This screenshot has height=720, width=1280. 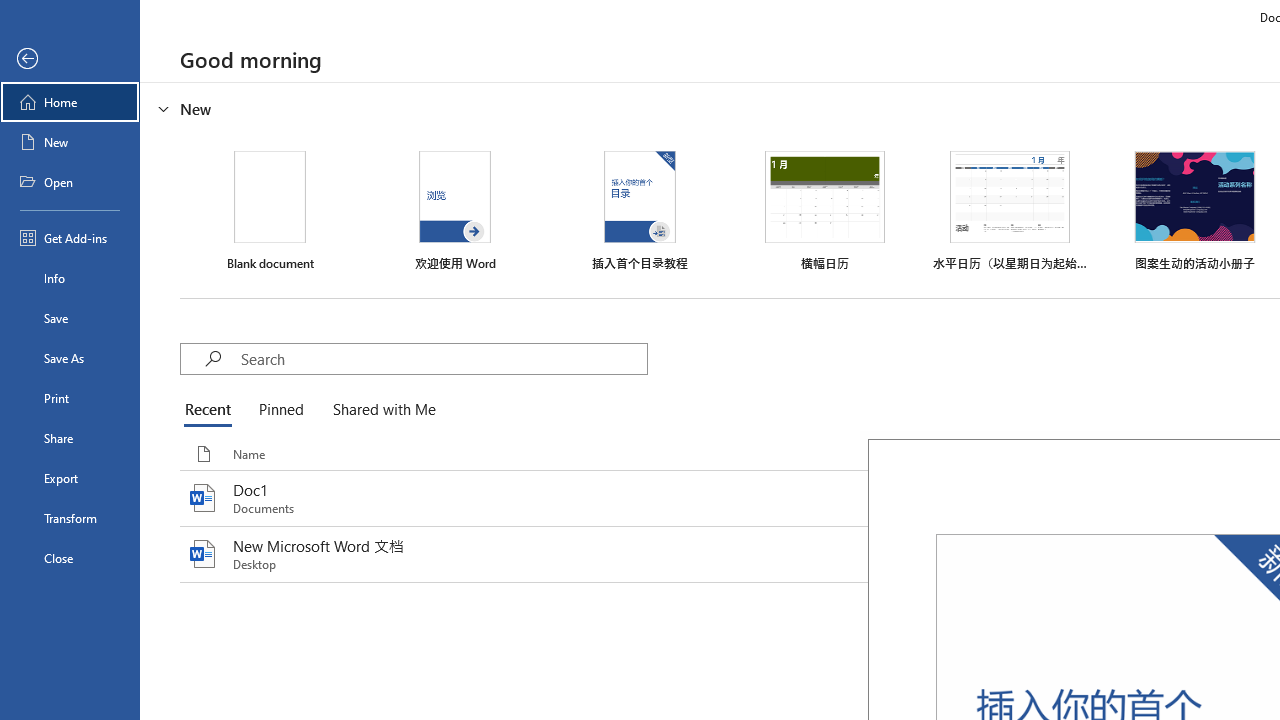 What do you see at coordinates (69, 236) in the screenshot?
I see `'Get Add-ins'` at bounding box center [69, 236].